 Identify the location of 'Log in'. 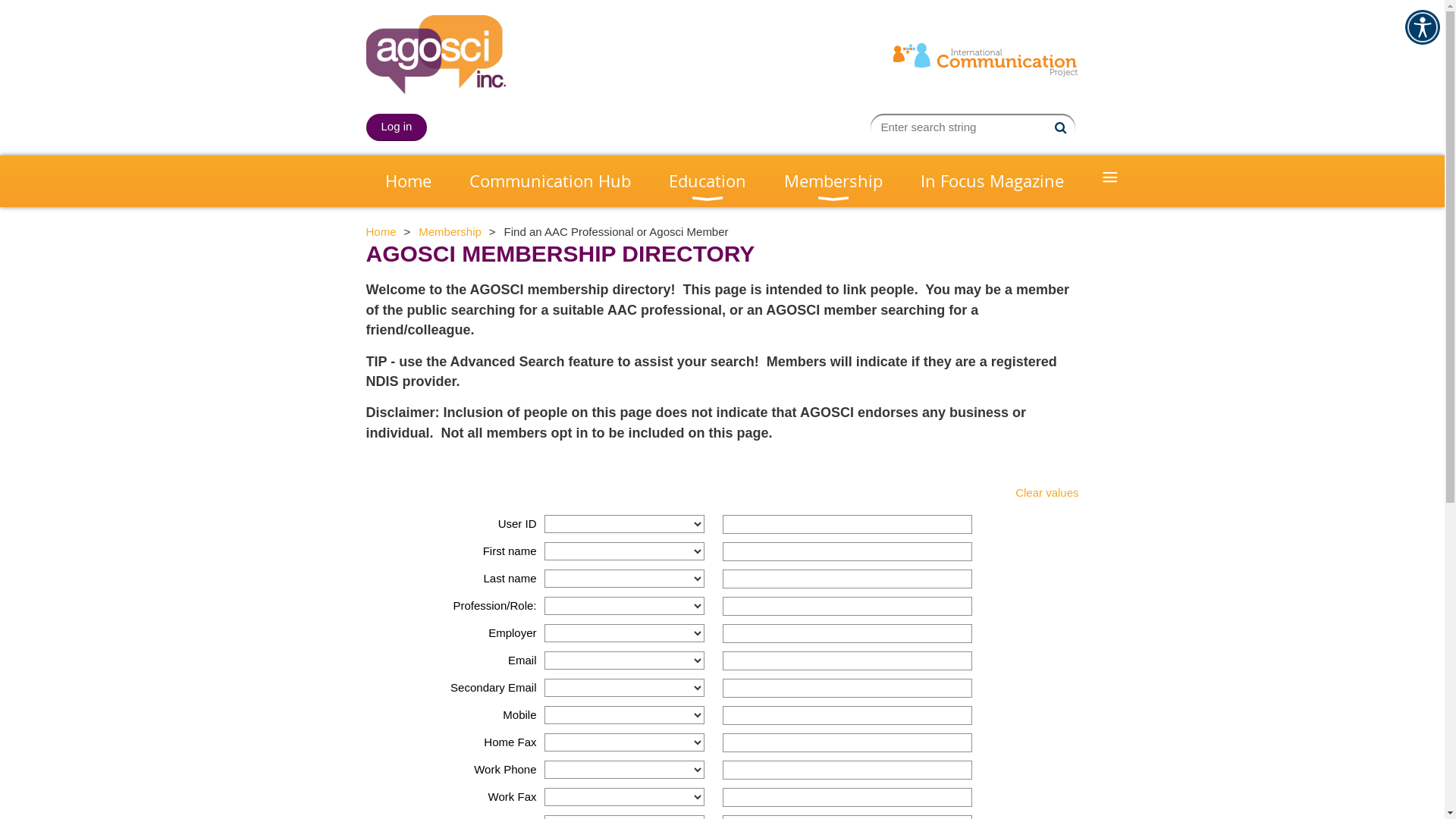
(396, 127).